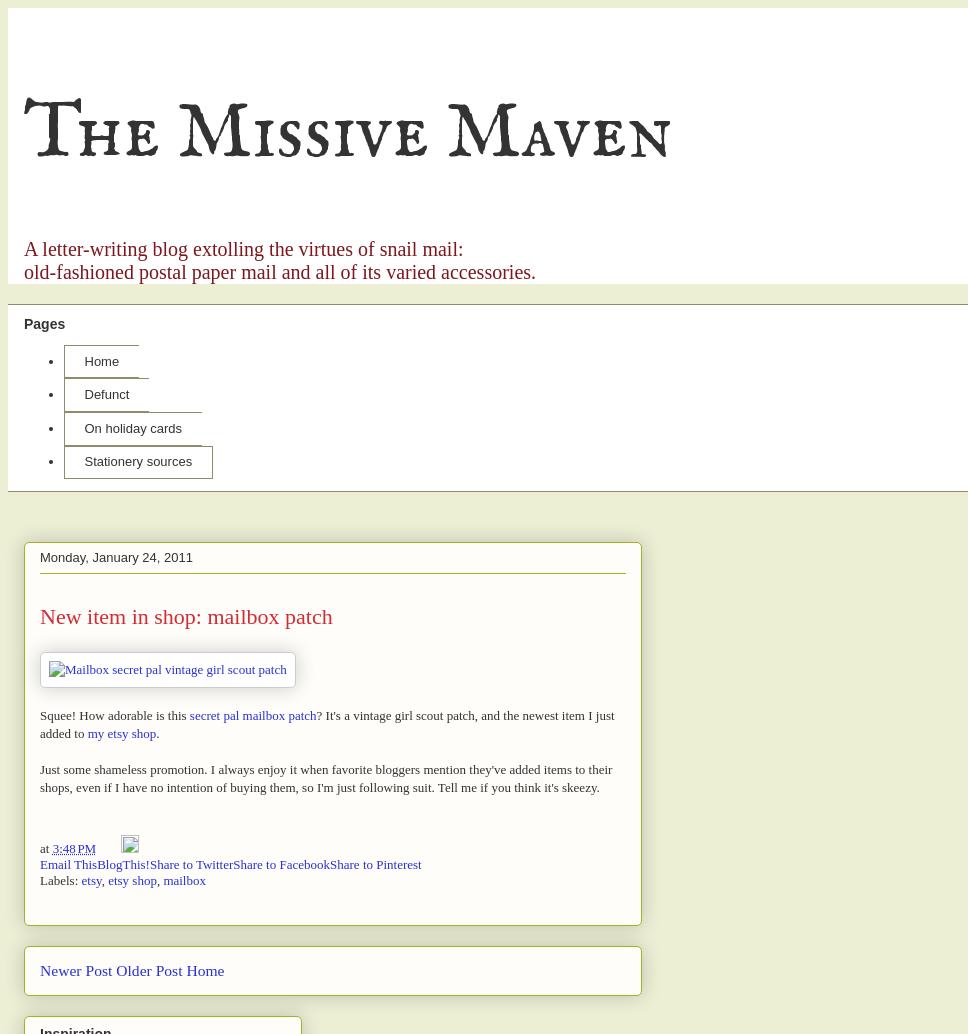 The width and height of the screenshot is (968, 1034). Describe the element at coordinates (106, 393) in the screenshot. I see `'Defunct'` at that location.